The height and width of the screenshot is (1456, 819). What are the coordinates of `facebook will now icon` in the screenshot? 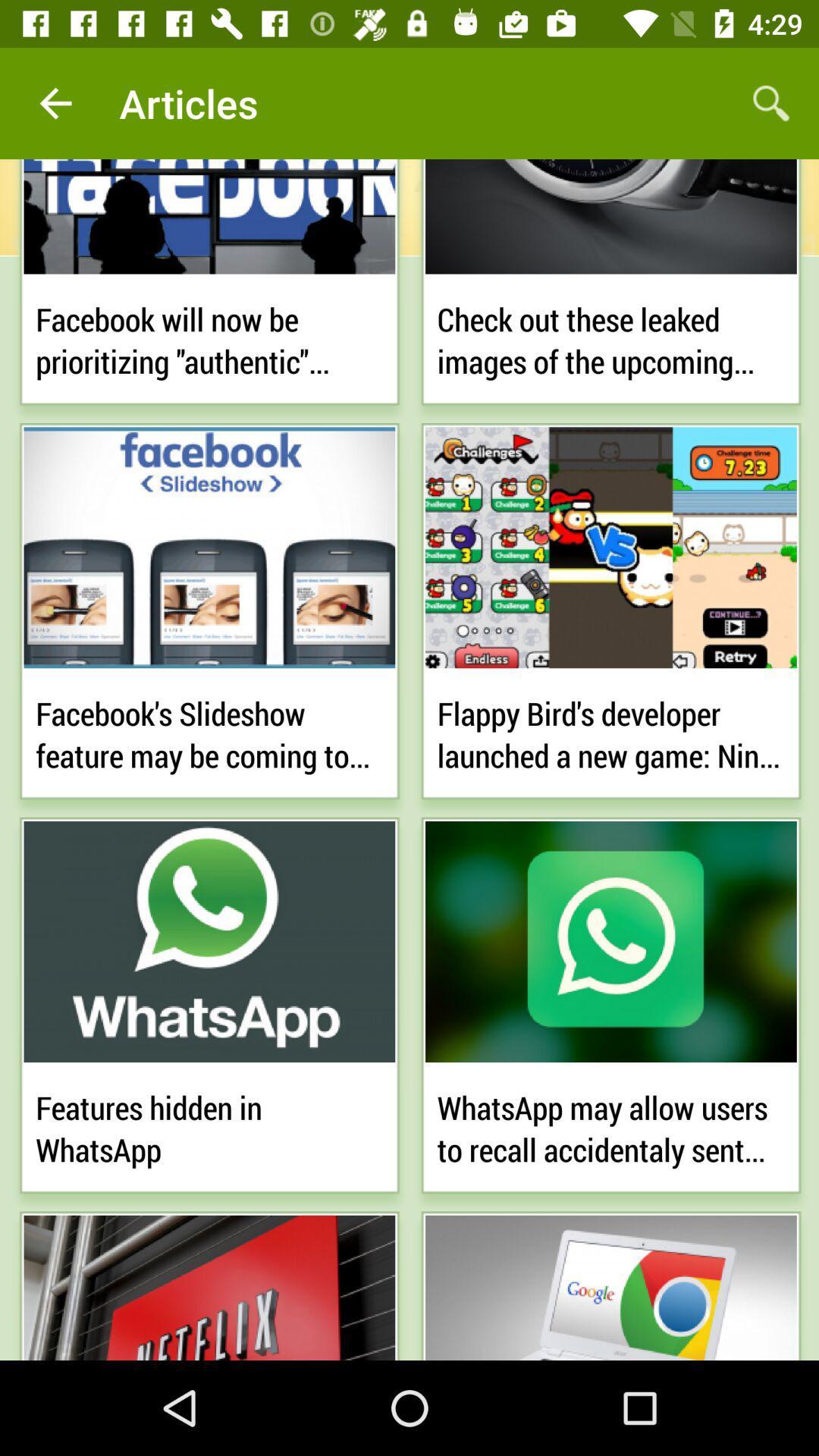 It's located at (209, 337).